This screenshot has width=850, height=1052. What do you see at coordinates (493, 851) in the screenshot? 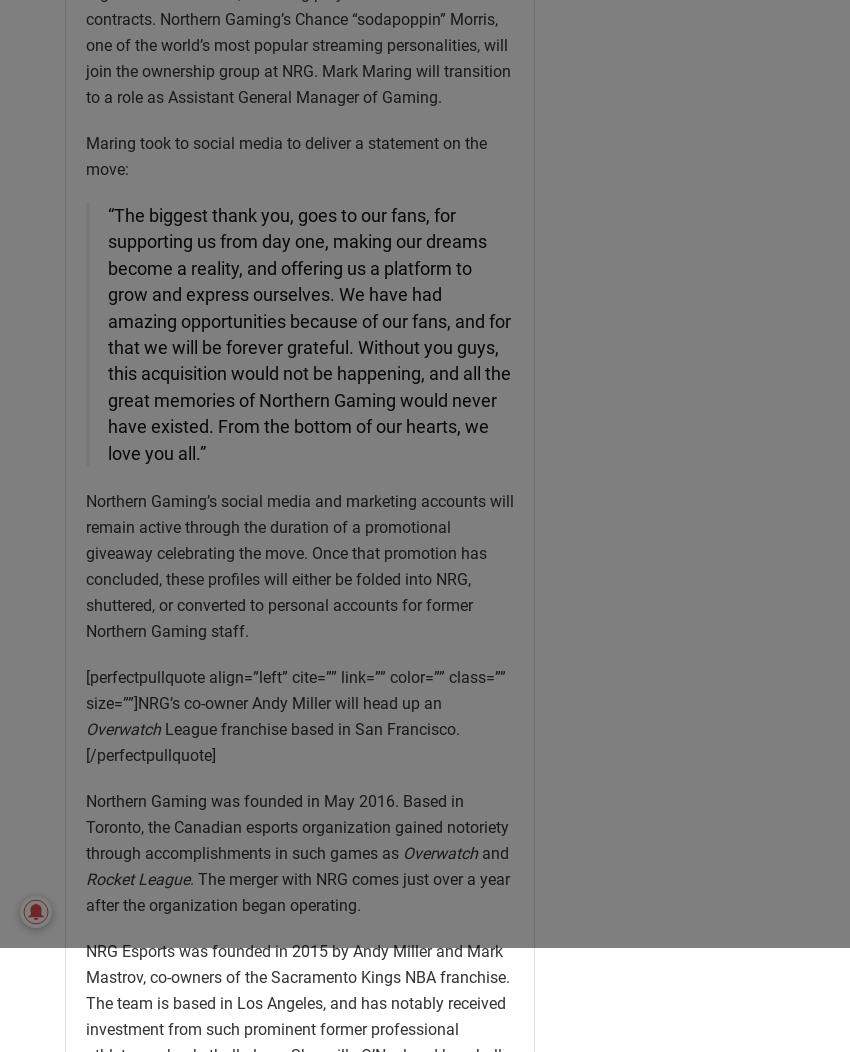
I see `'and'` at bounding box center [493, 851].